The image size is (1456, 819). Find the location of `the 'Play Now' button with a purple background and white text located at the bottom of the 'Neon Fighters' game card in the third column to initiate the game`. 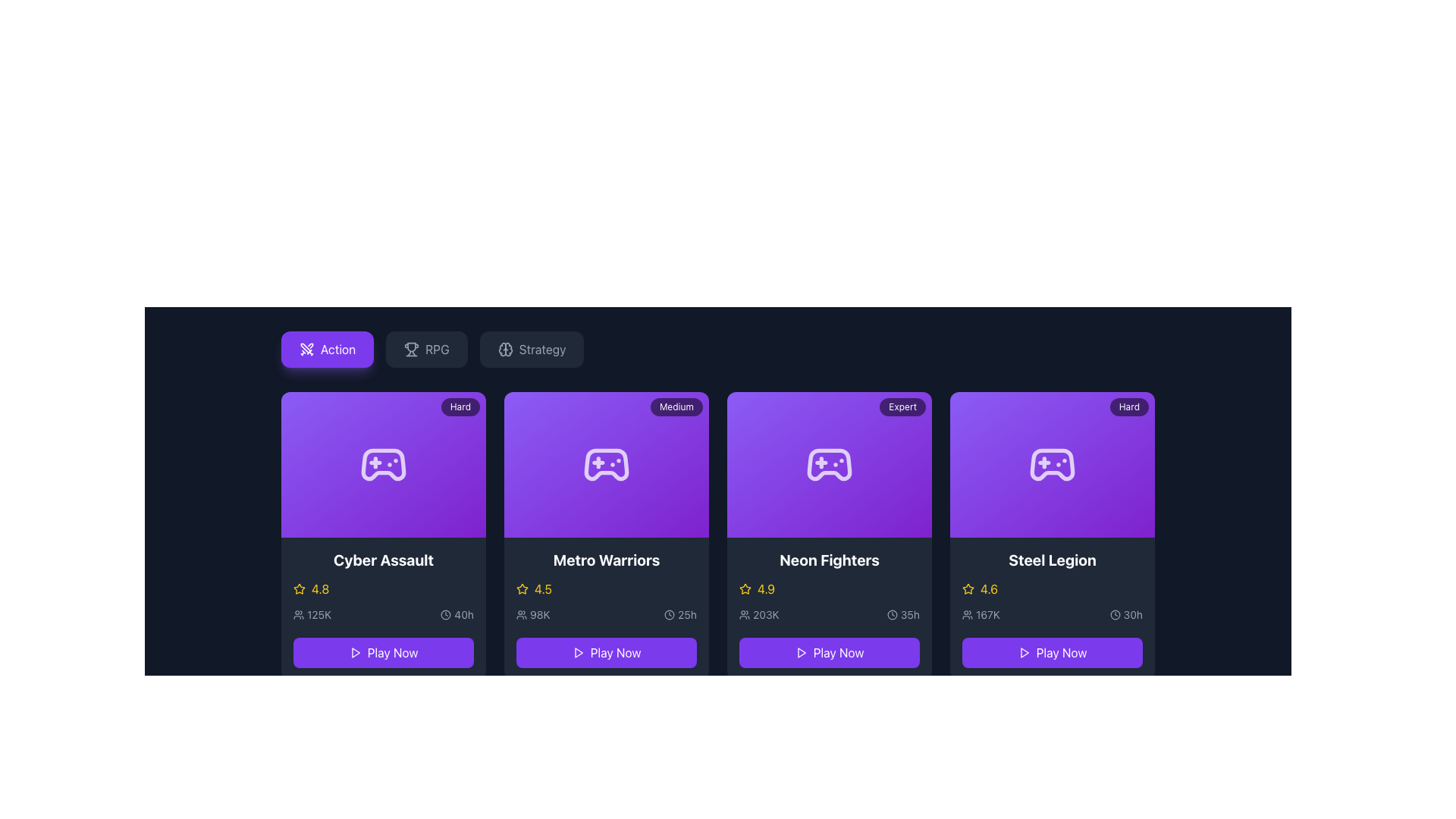

the 'Play Now' button with a purple background and white text located at the bottom of the 'Neon Fighters' game card in the third column to initiate the game is located at coordinates (829, 651).